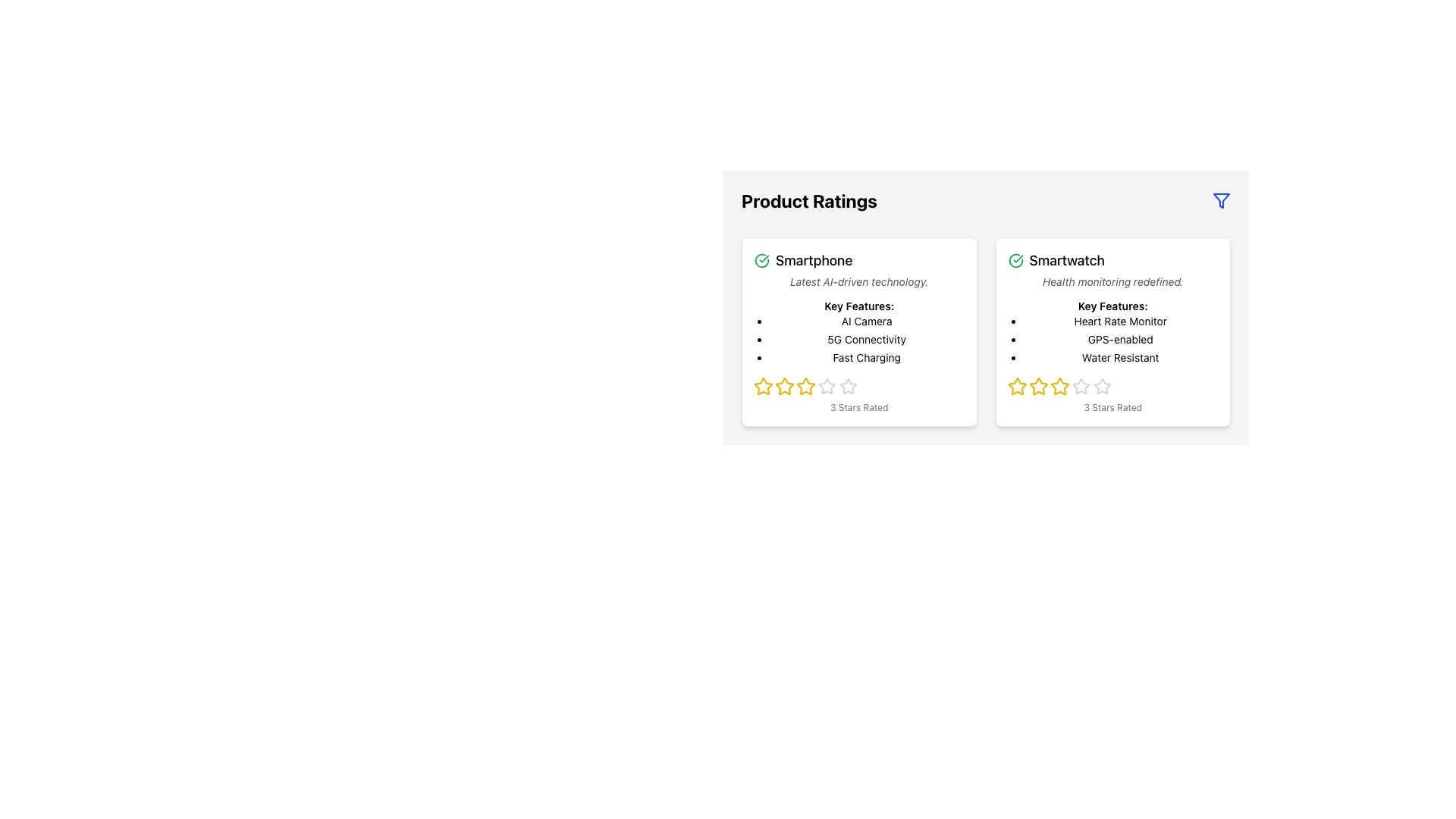 This screenshot has height=819, width=1456. I want to click on the second star in the star-based rating system on the left product card (Smartphone) to adjust the rating, so click(783, 385).